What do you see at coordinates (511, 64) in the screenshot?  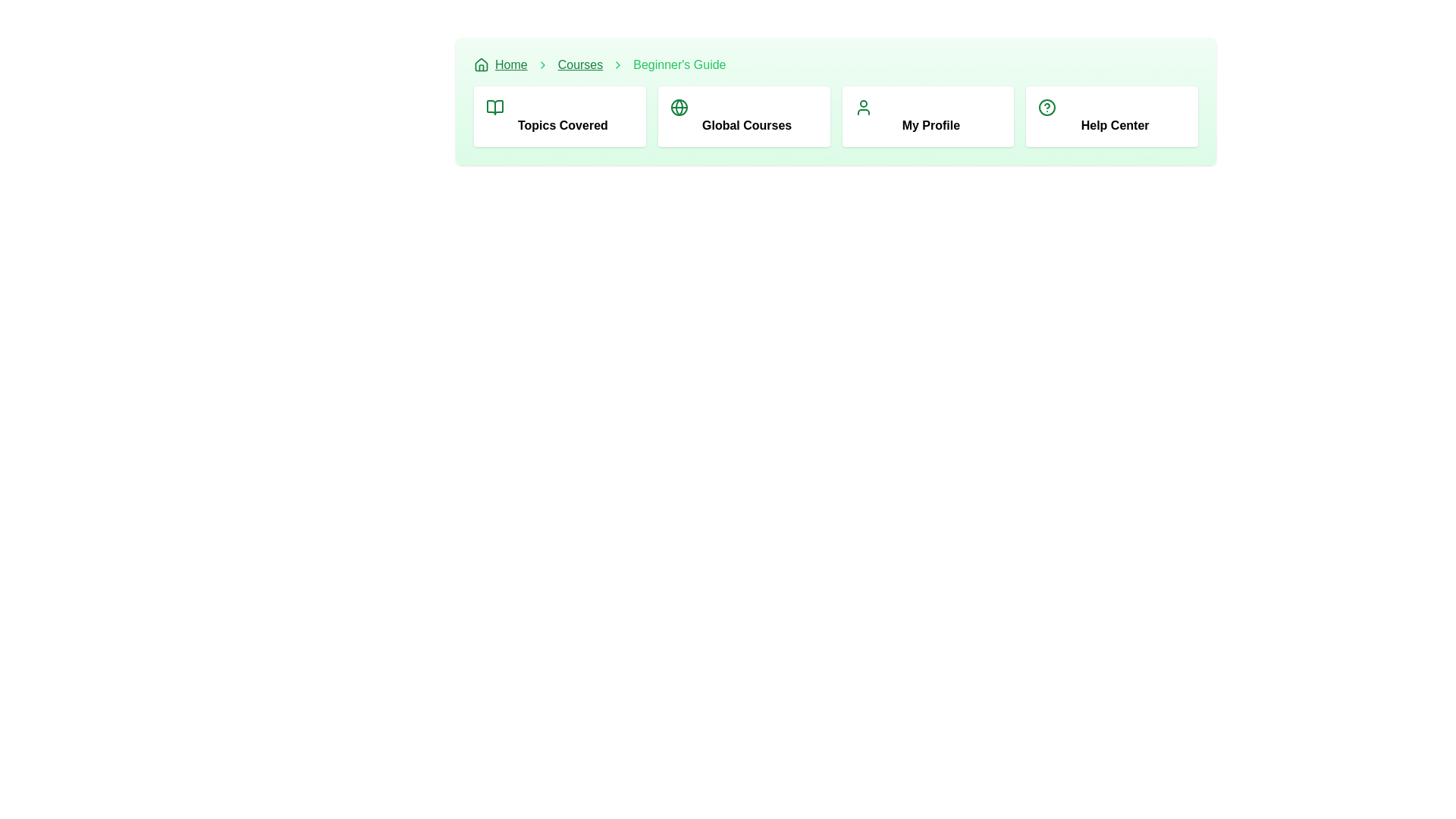 I see `the 'Home' link` at bounding box center [511, 64].